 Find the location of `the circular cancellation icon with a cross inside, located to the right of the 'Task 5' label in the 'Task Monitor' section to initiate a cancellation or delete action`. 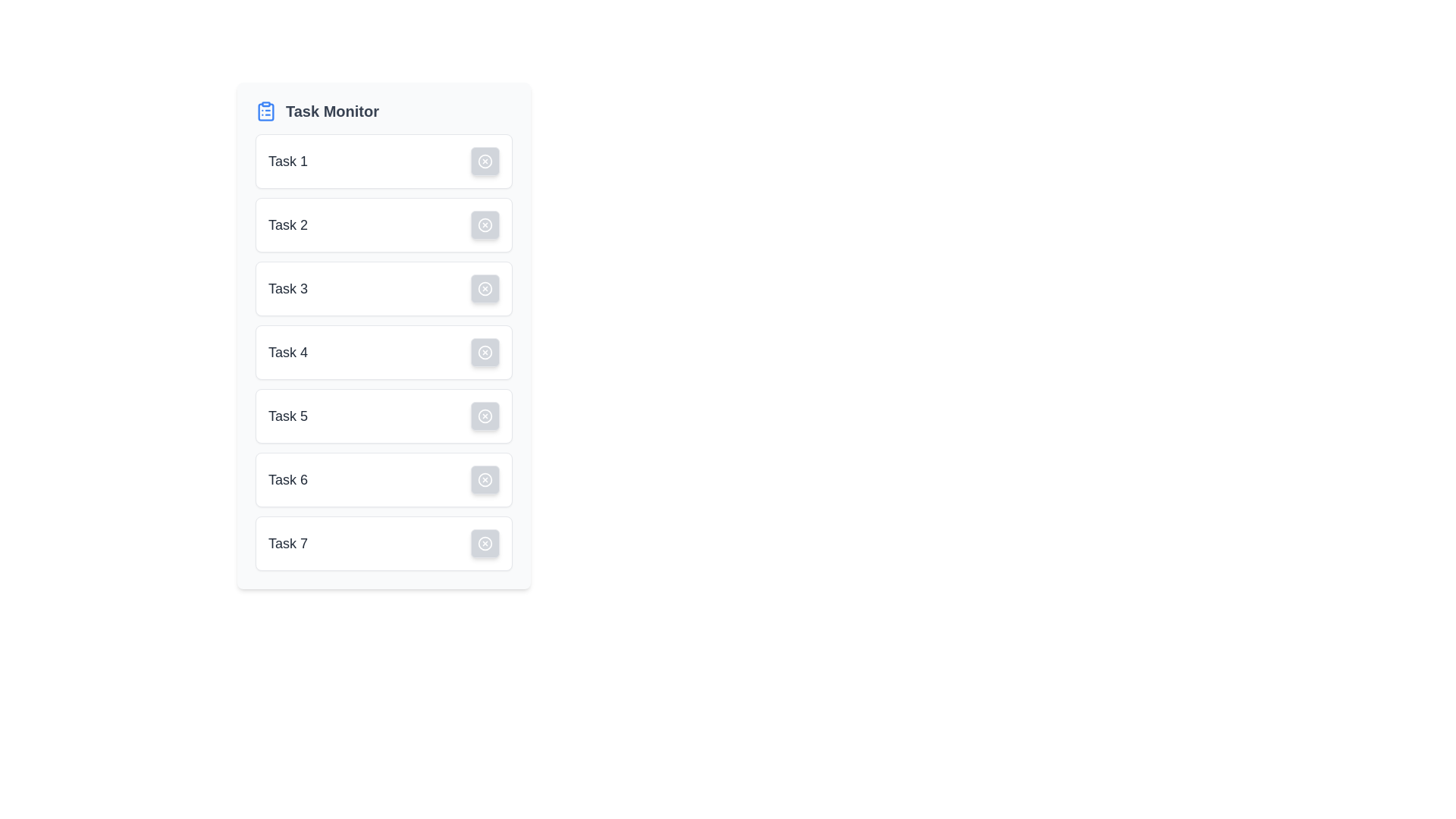

the circular cancellation icon with a cross inside, located to the right of the 'Task 5' label in the 'Task Monitor' section to initiate a cancellation or delete action is located at coordinates (484, 416).